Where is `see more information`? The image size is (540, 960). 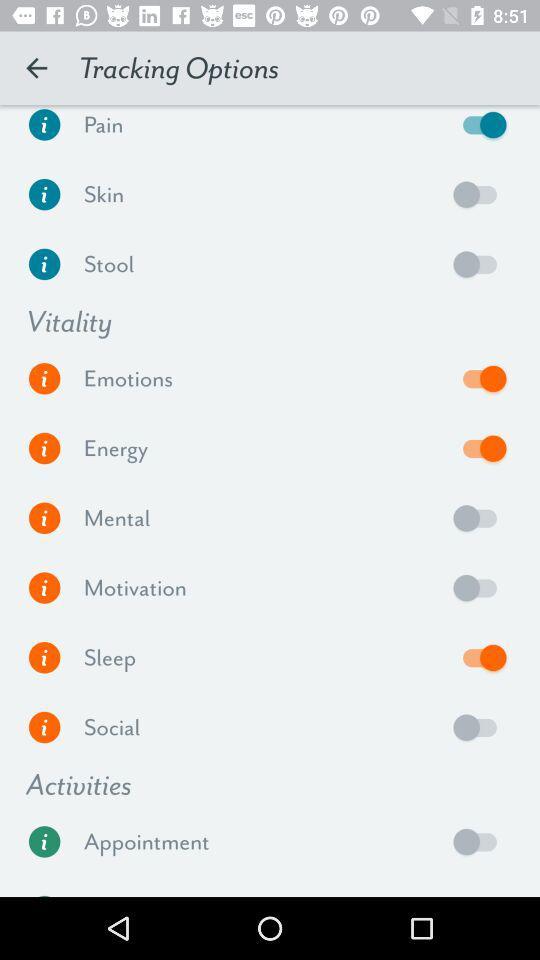 see more information is located at coordinates (44, 129).